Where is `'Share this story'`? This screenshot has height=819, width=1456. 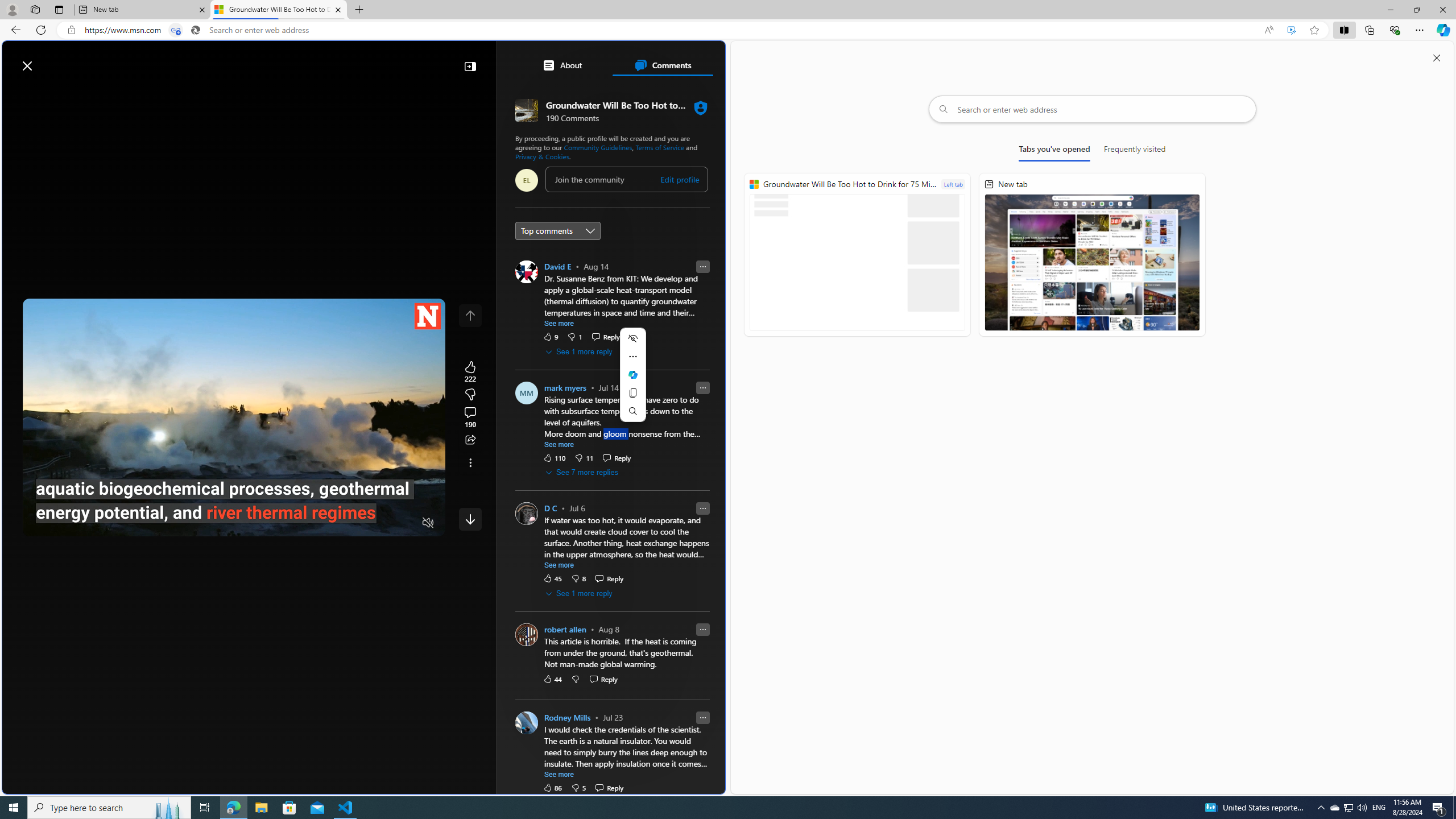 'Share this story' is located at coordinates (470, 440).